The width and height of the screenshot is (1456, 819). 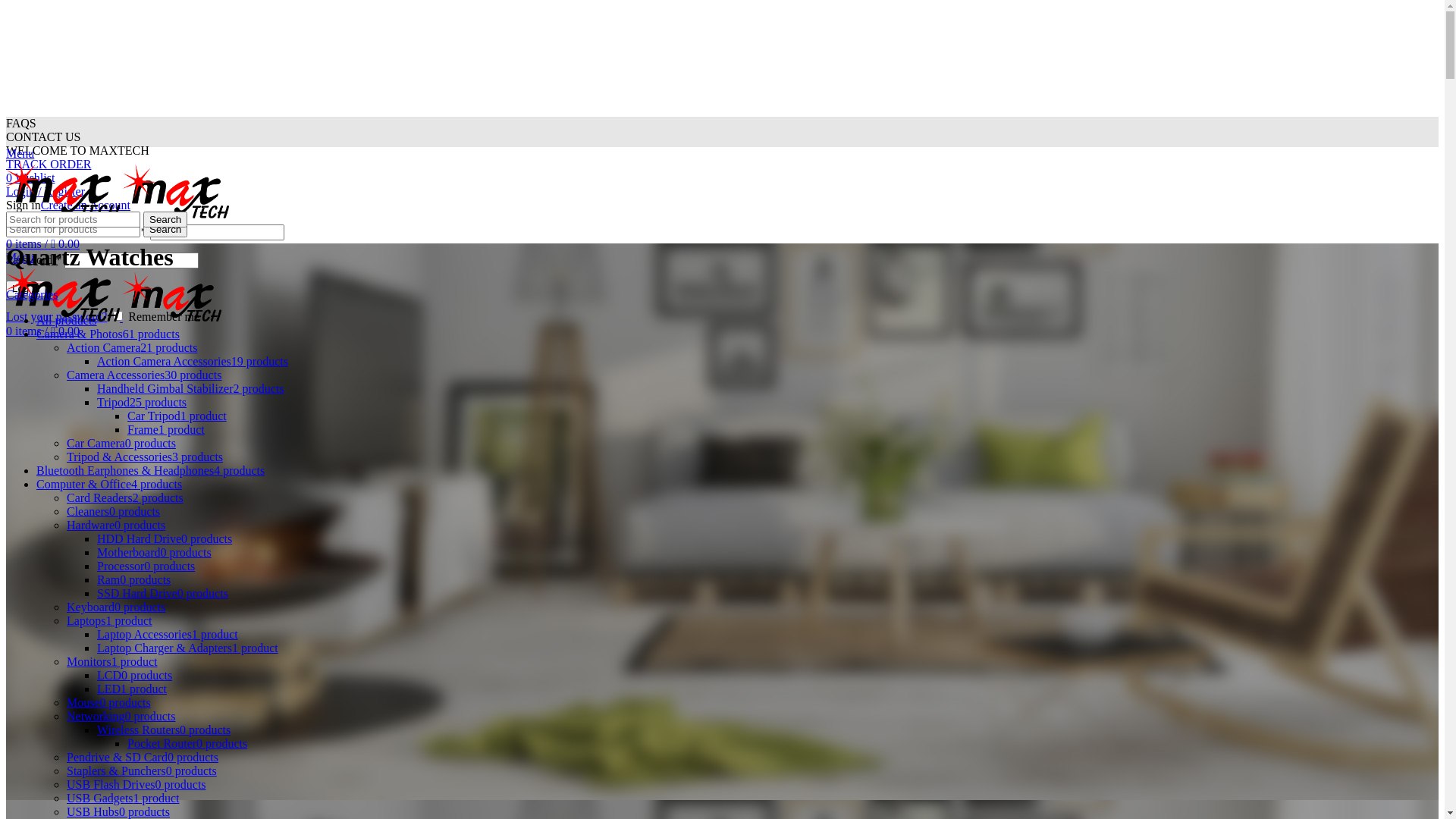 What do you see at coordinates (56, 315) in the screenshot?
I see `'Lost your password?'` at bounding box center [56, 315].